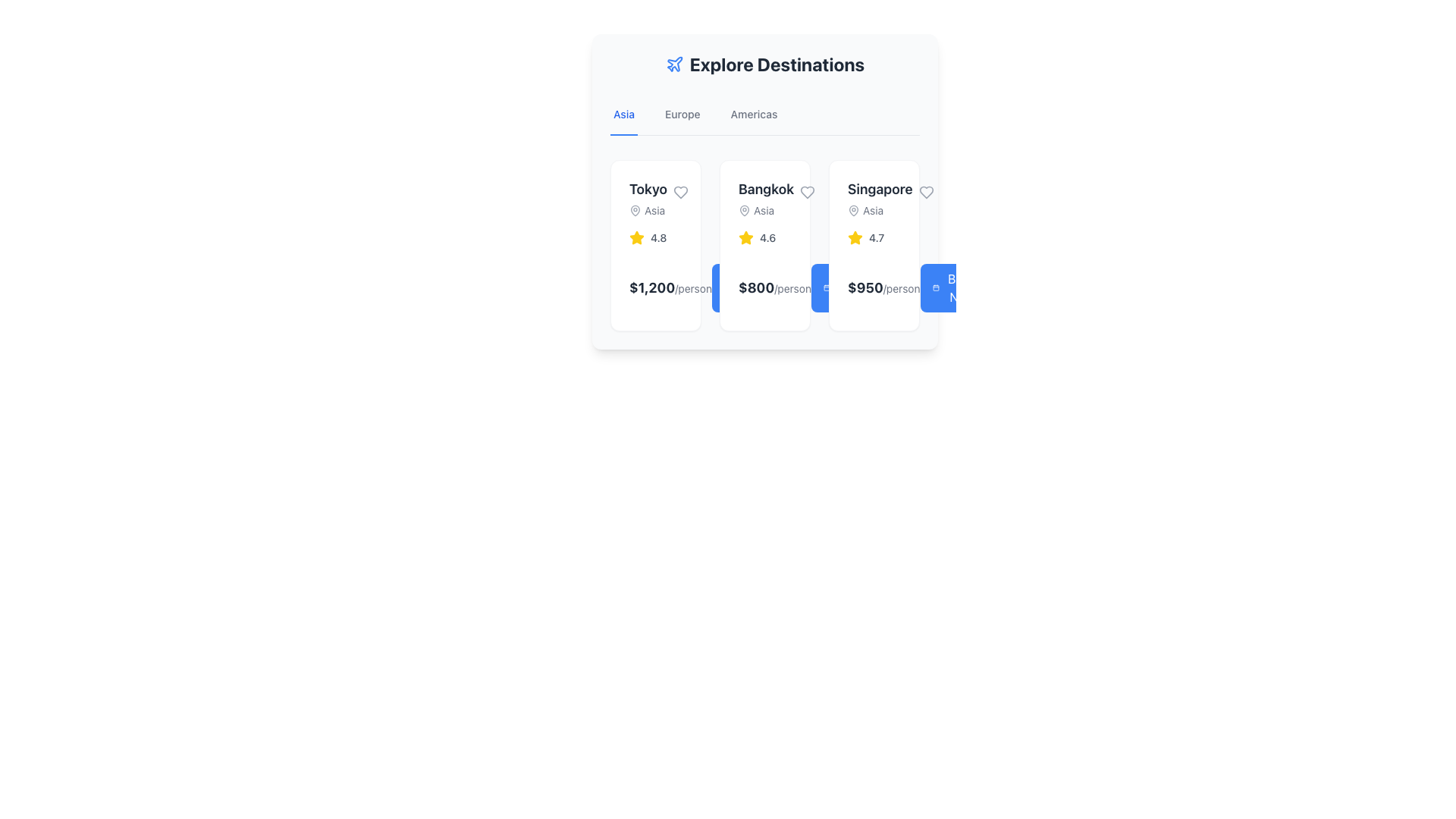  Describe the element at coordinates (855, 237) in the screenshot. I see `the star icon representing the rating value '4.7' located within the Singapore destination card of the Explore Destinations widget` at that location.